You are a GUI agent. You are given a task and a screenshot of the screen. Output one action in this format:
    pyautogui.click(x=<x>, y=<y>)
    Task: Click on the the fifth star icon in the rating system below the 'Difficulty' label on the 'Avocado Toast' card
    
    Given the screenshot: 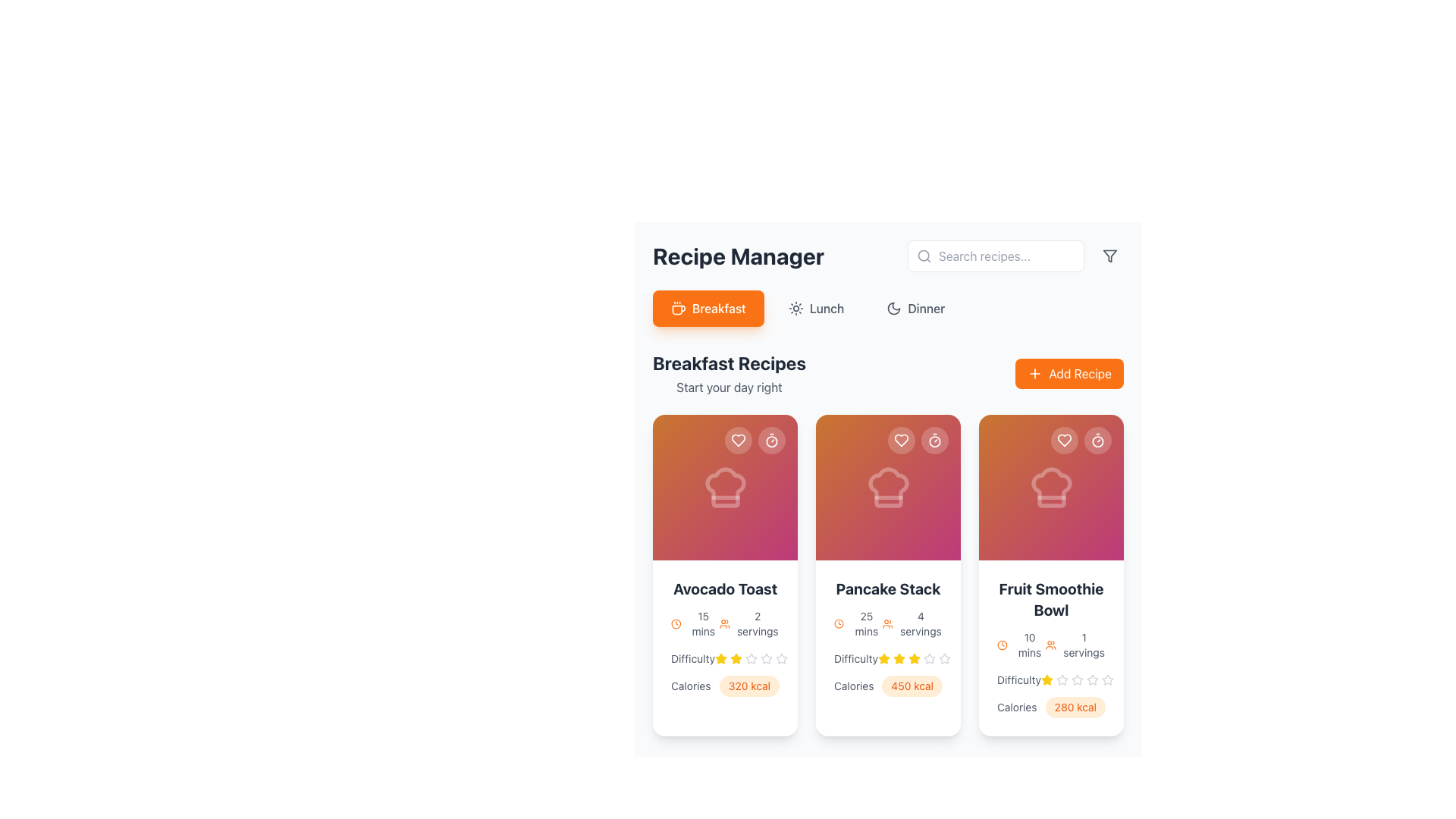 What is the action you would take?
    pyautogui.click(x=766, y=657)
    